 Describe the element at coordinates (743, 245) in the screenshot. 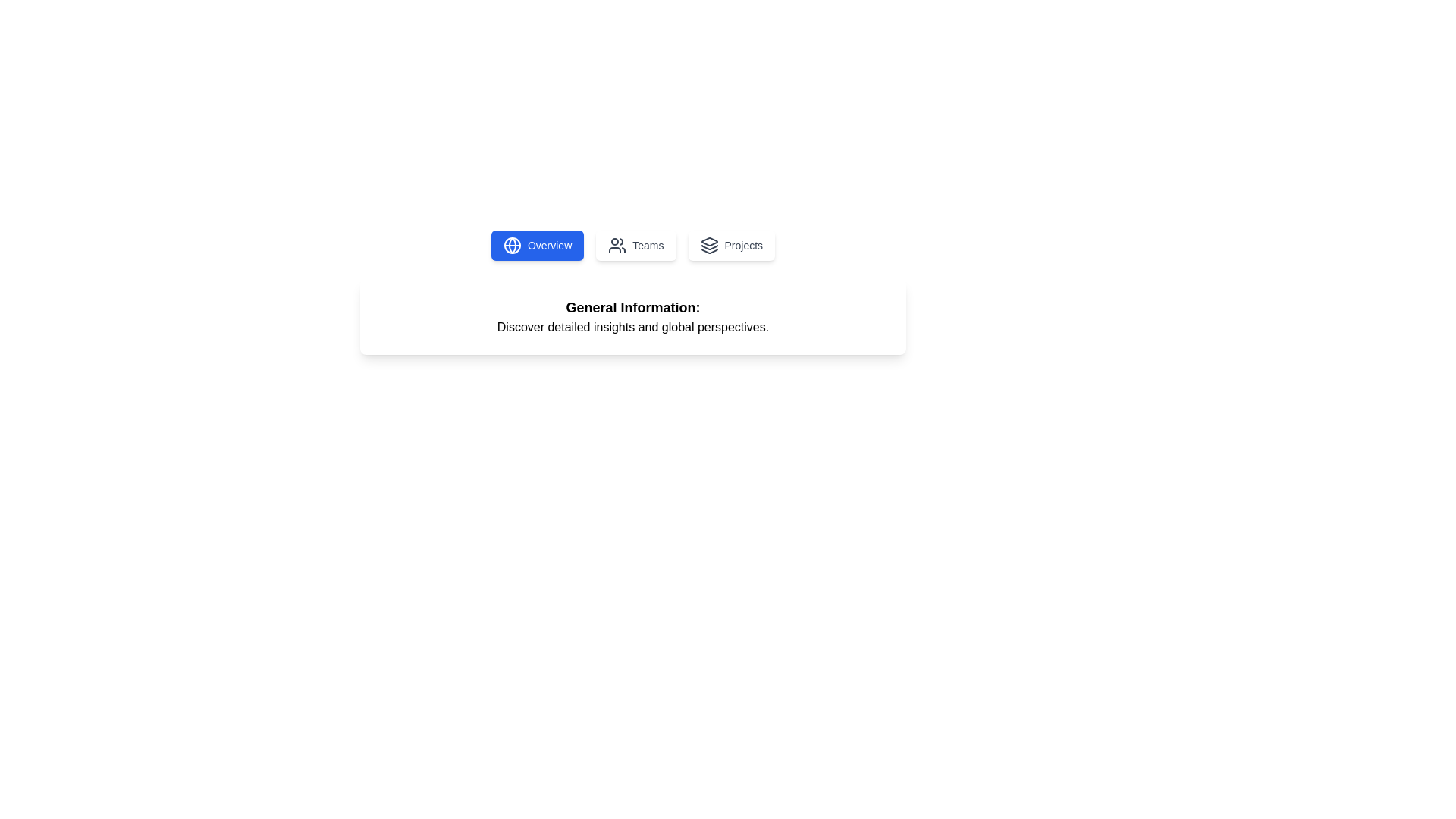

I see `text label that says 'Projects', which is part of the third button in the horizontal menu group located to the right of the 'Teams' button` at that location.